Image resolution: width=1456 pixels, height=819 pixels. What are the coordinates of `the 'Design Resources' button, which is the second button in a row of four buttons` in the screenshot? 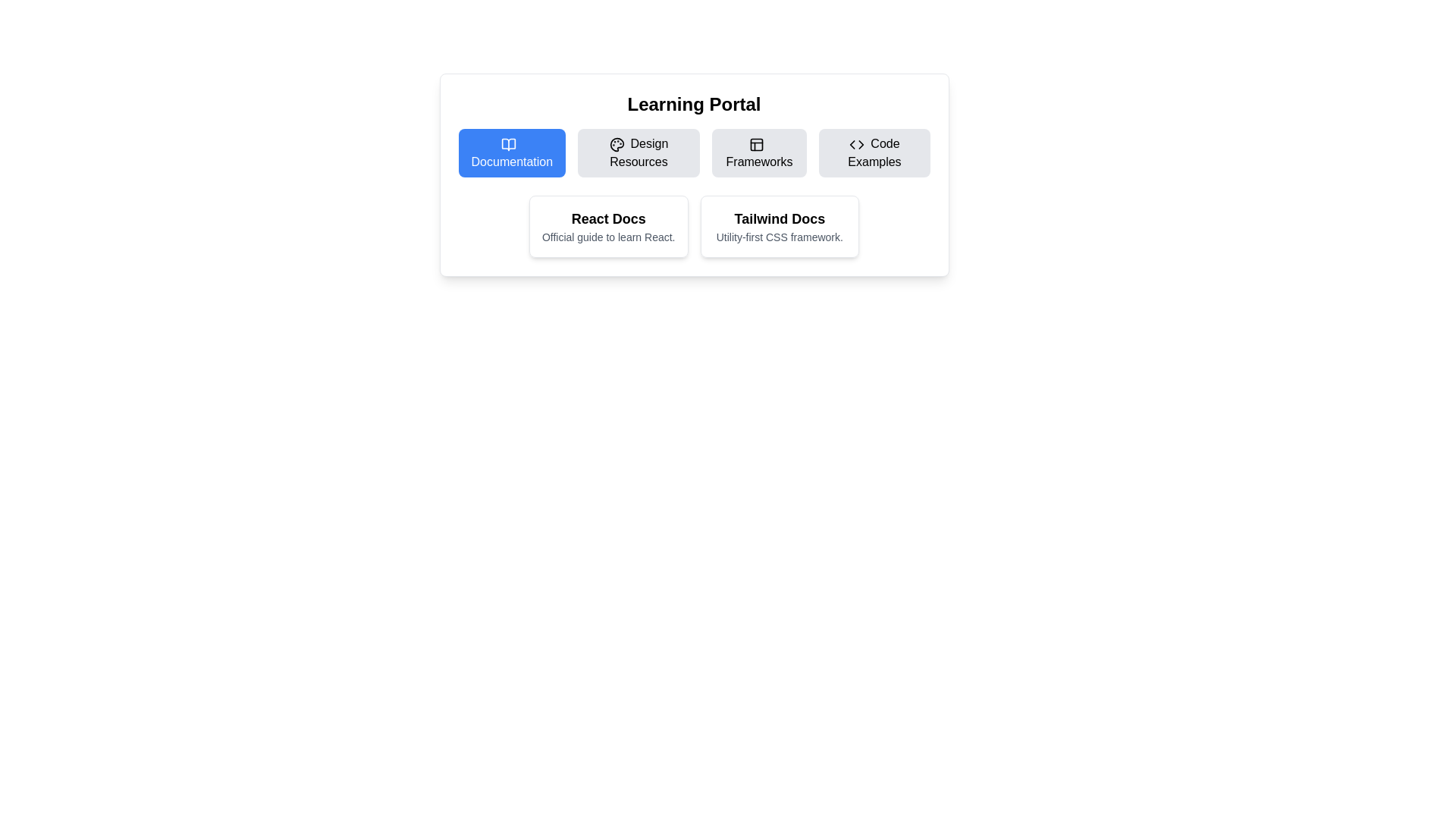 It's located at (639, 152).